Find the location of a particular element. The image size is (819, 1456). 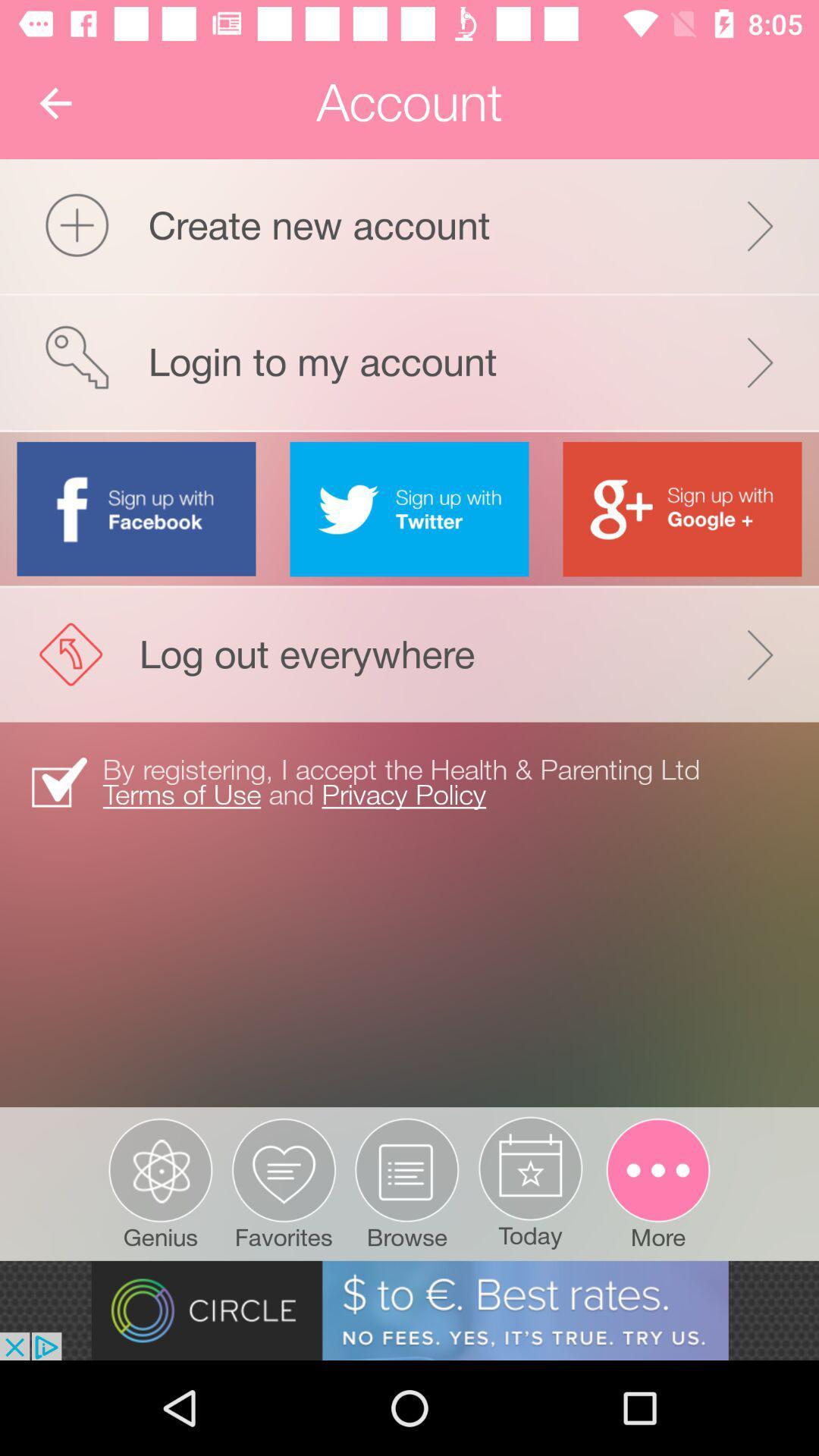

sign in with google plus is located at coordinates (681, 509).